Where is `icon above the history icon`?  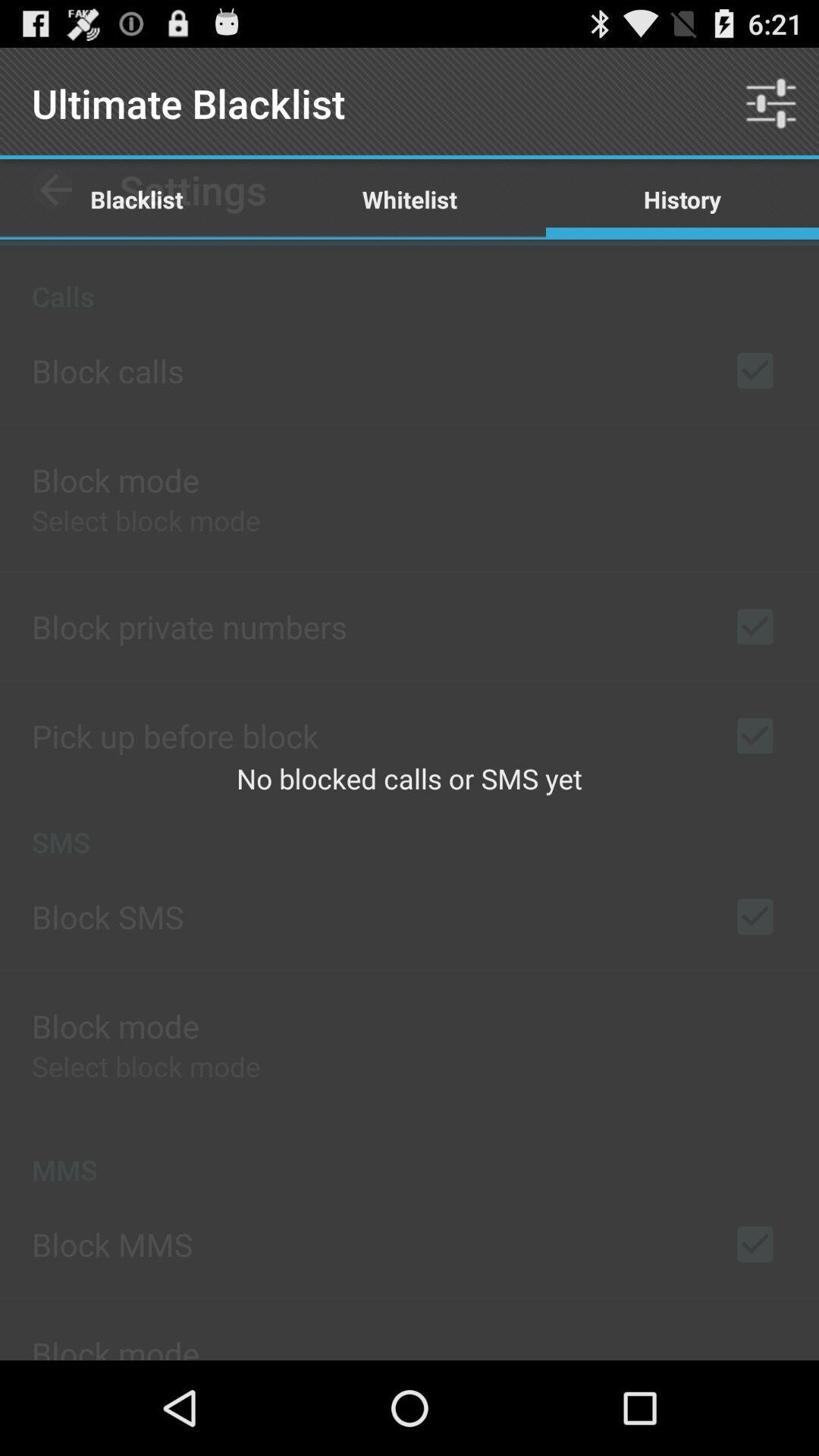
icon above the history icon is located at coordinates (771, 102).